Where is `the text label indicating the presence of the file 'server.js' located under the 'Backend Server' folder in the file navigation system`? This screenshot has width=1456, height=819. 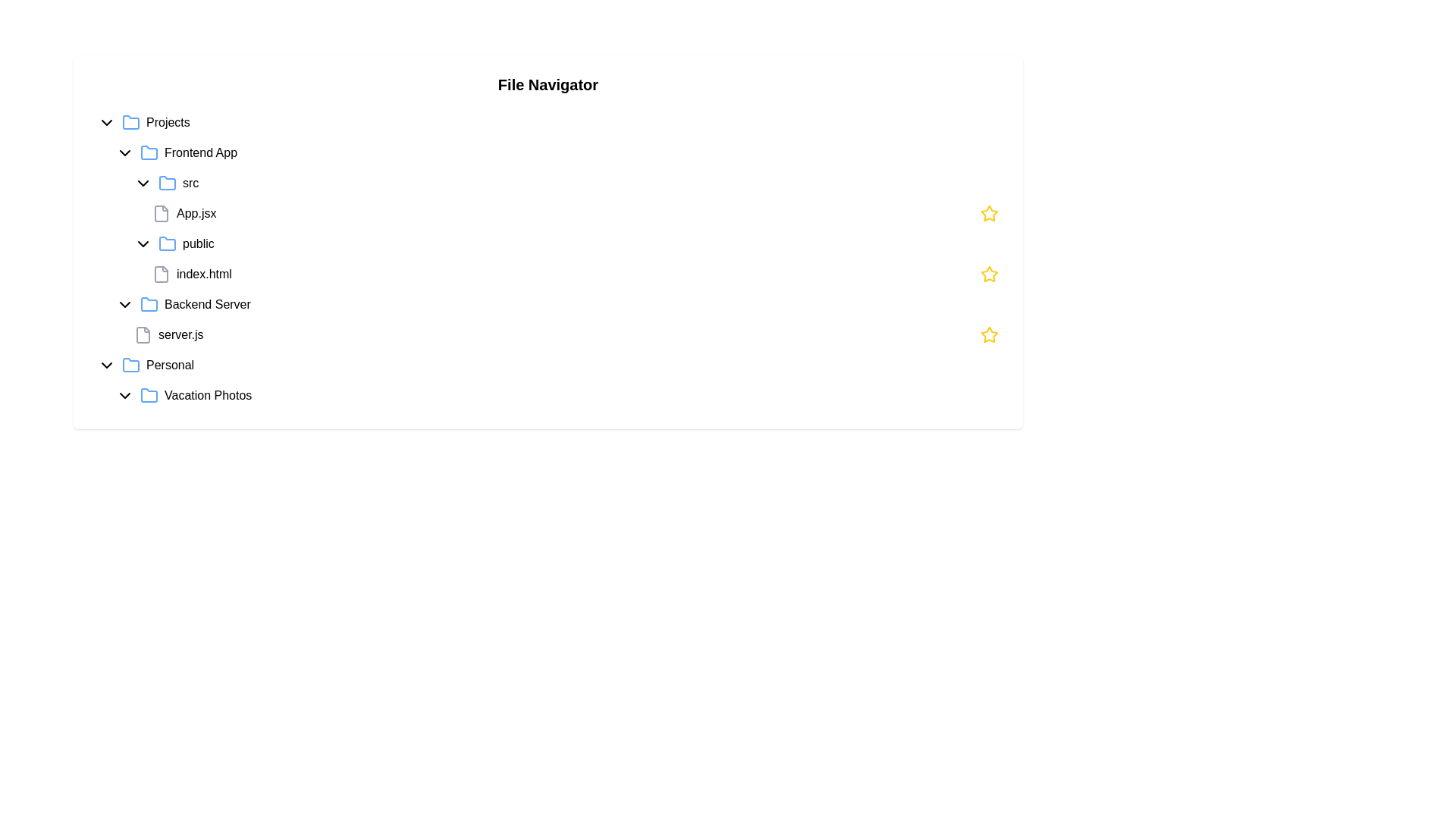
the text label indicating the presence of the file 'server.js' located under the 'Backend Server' folder in the file navigation system is located at coordinates (180, 334).